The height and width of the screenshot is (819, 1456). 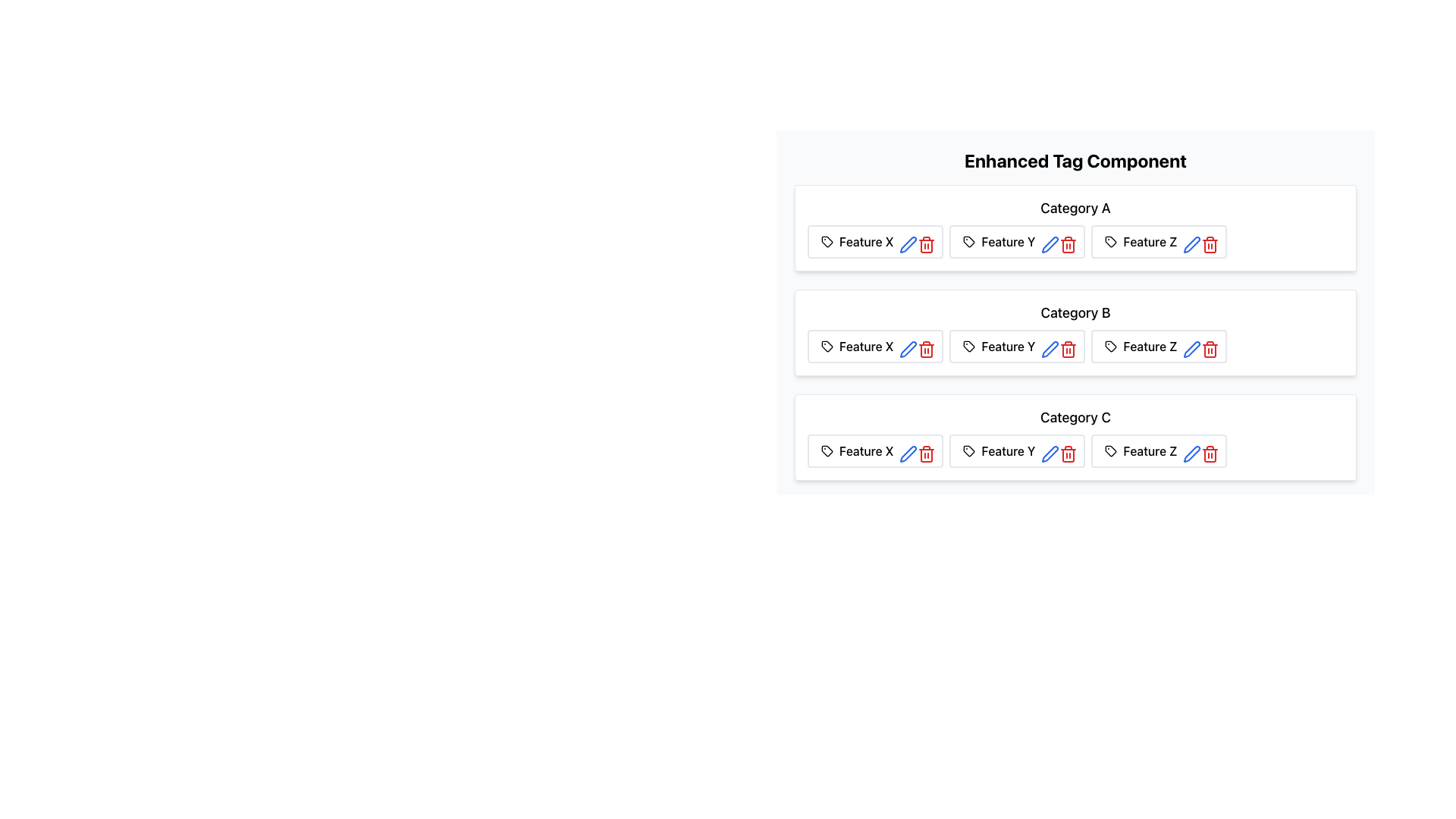 I want to click on the pen icon located to the far-right of the 'Feature Z' tag in the 'Category A' section of the 'Enhanced Tag Component', so click(x=1191, y=244).